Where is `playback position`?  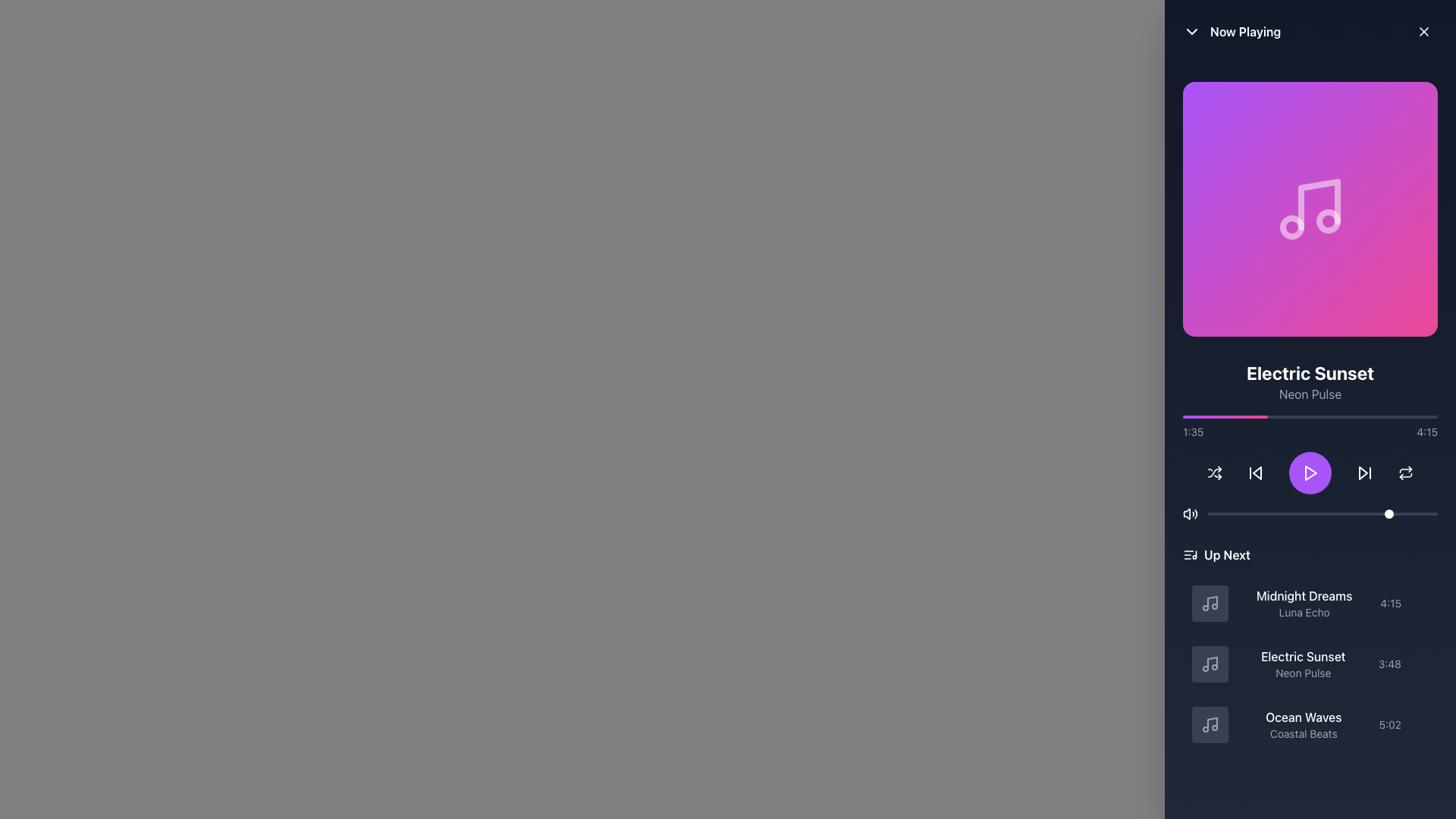 playback position is located at coordinates (1310, 417).